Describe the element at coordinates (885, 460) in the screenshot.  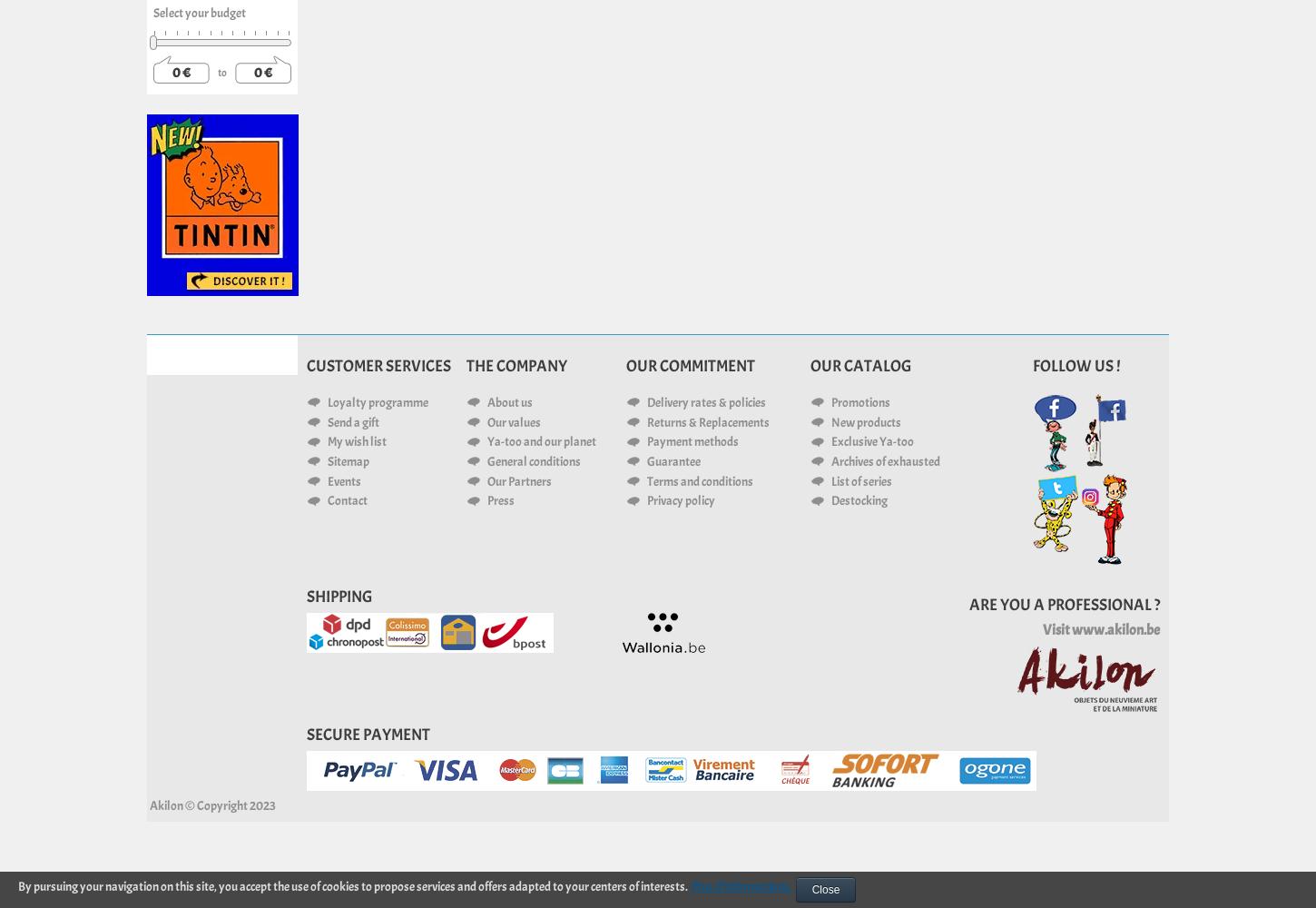
I see `'Archives of exhausted'` at that location.